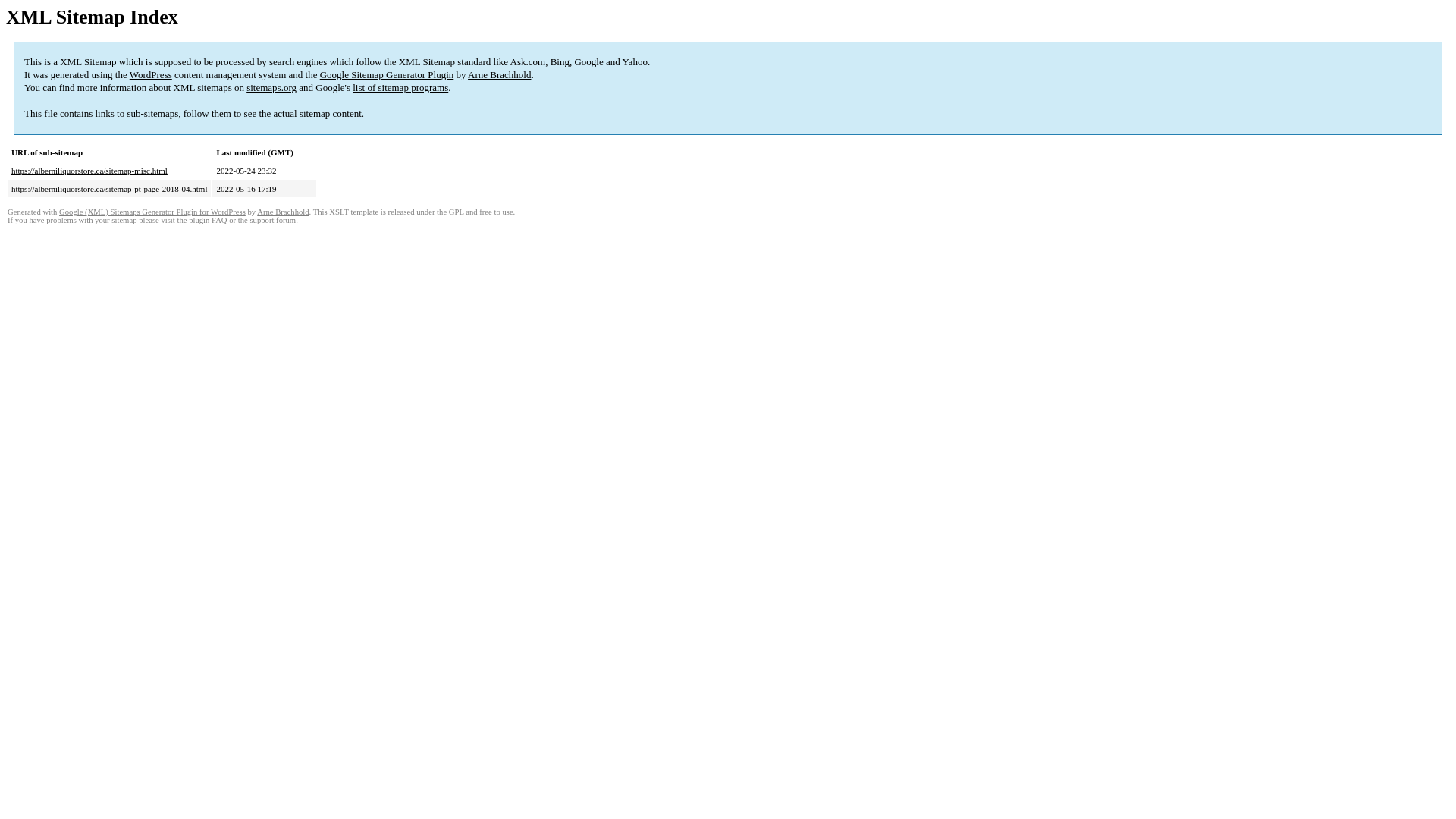 This screenshot has height=819, width=1456. Describe the element at coordinates (283, 212) in the screenshot. I see `'Arne Brachhold'` at that location.